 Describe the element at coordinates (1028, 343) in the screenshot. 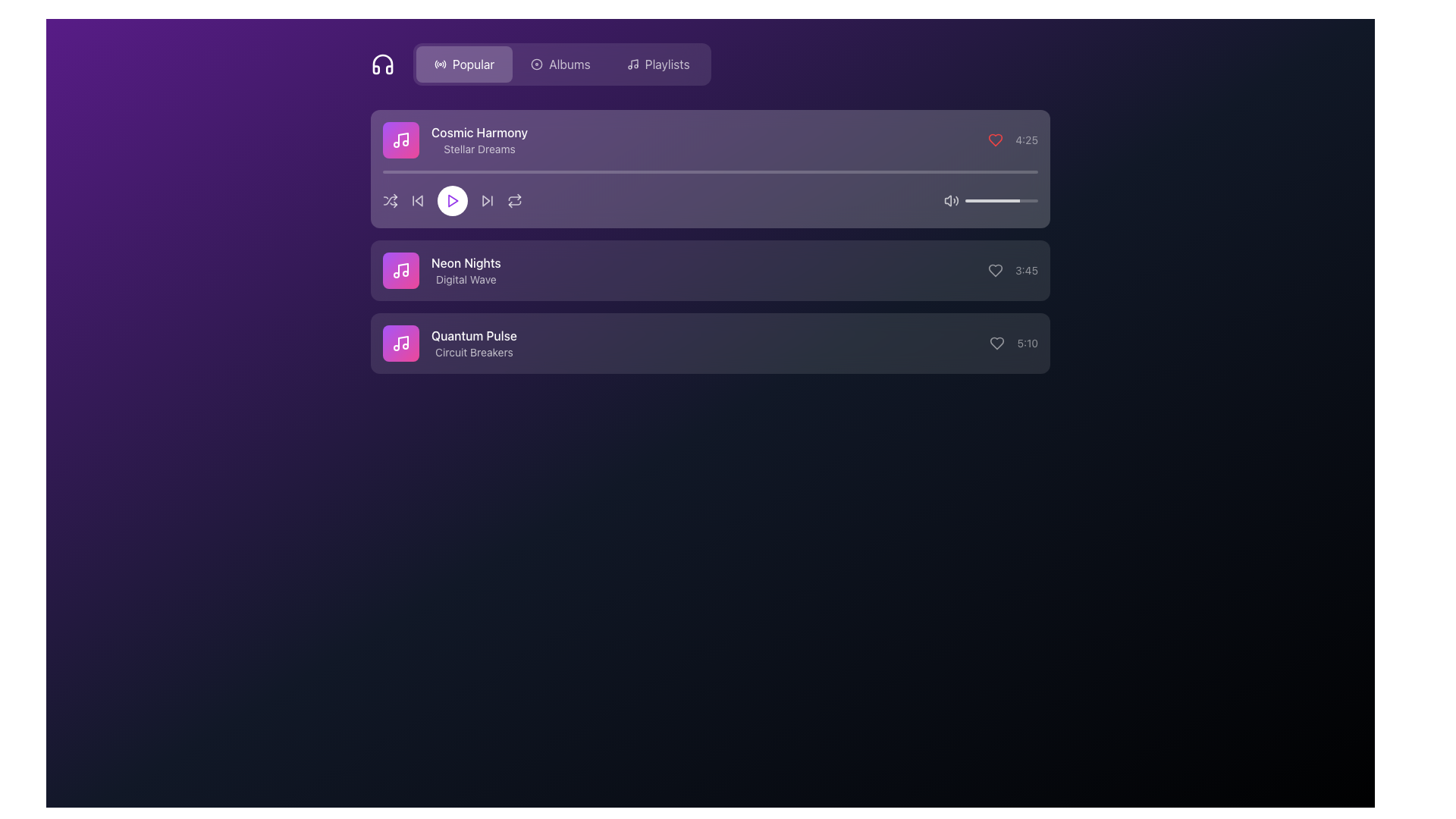

I see `the static text label displaying the duration '5:10' in light gray, located at the far right of the bottom list item` at that location.